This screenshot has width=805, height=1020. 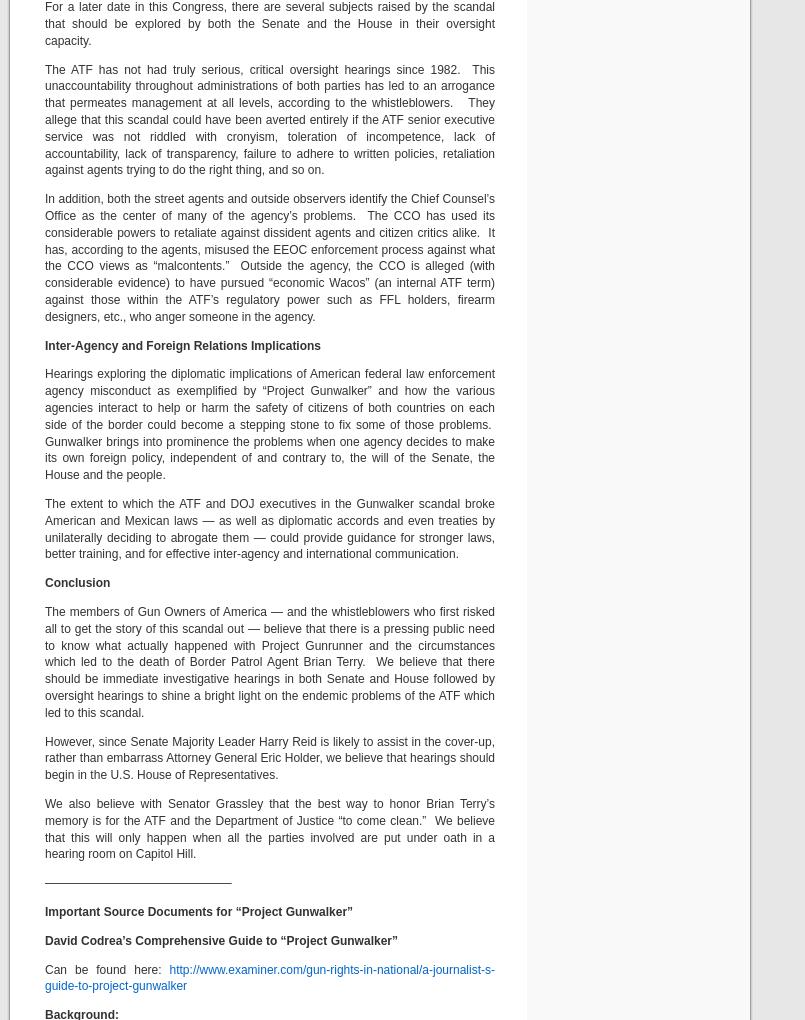 I want to click on 'Conclusion', so click(x=76, y=583).